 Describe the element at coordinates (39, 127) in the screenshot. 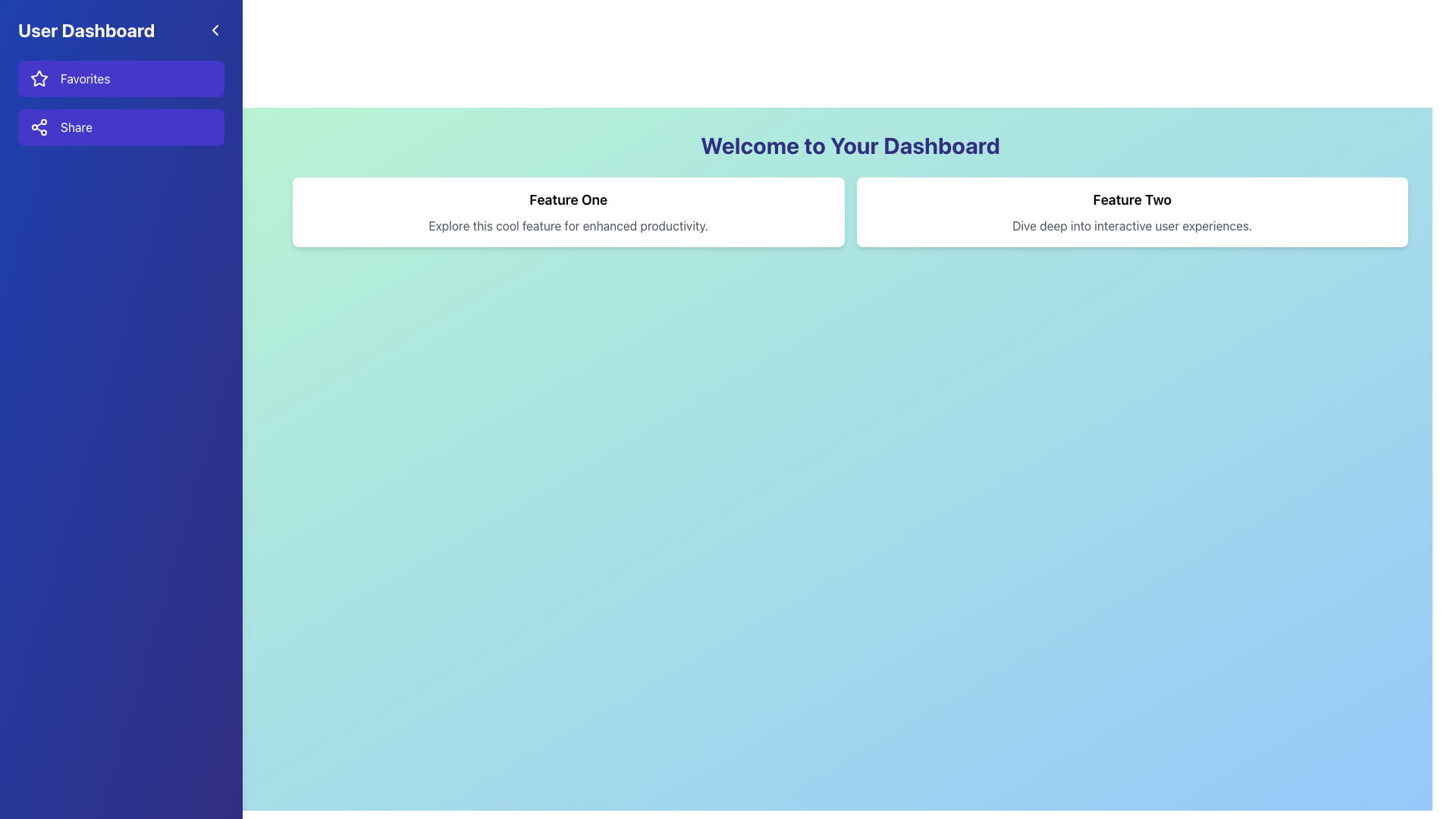

I see `the 'Share' icon located in the left panel navigation menu` at that location.